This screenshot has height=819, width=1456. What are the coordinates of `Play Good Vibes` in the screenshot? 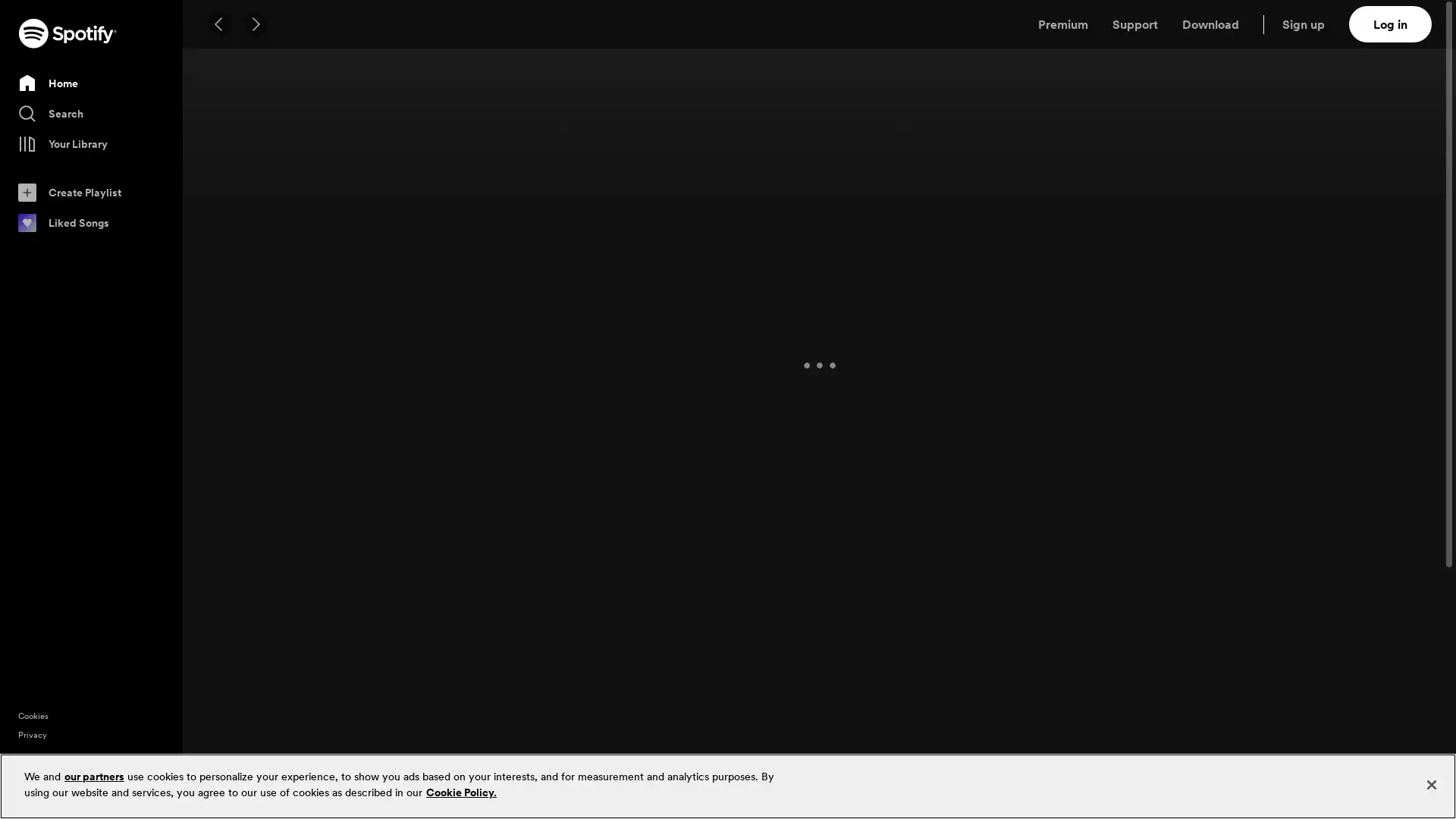 It's located at (1240, 762).